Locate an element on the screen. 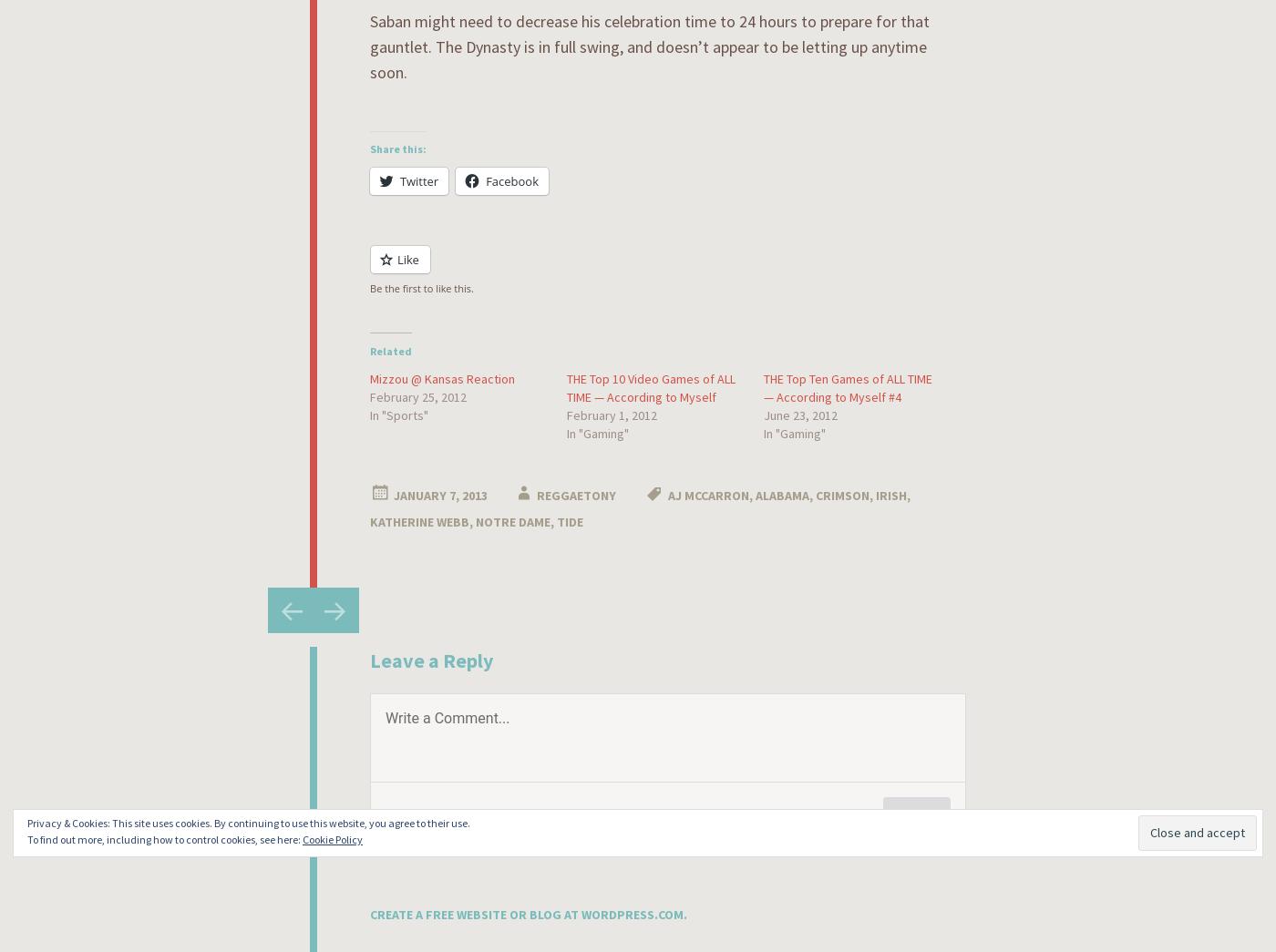 Image resolution: width=1276 pixels, height=952 pixels. 'reggaetony' is located at coordinates (576, 494).